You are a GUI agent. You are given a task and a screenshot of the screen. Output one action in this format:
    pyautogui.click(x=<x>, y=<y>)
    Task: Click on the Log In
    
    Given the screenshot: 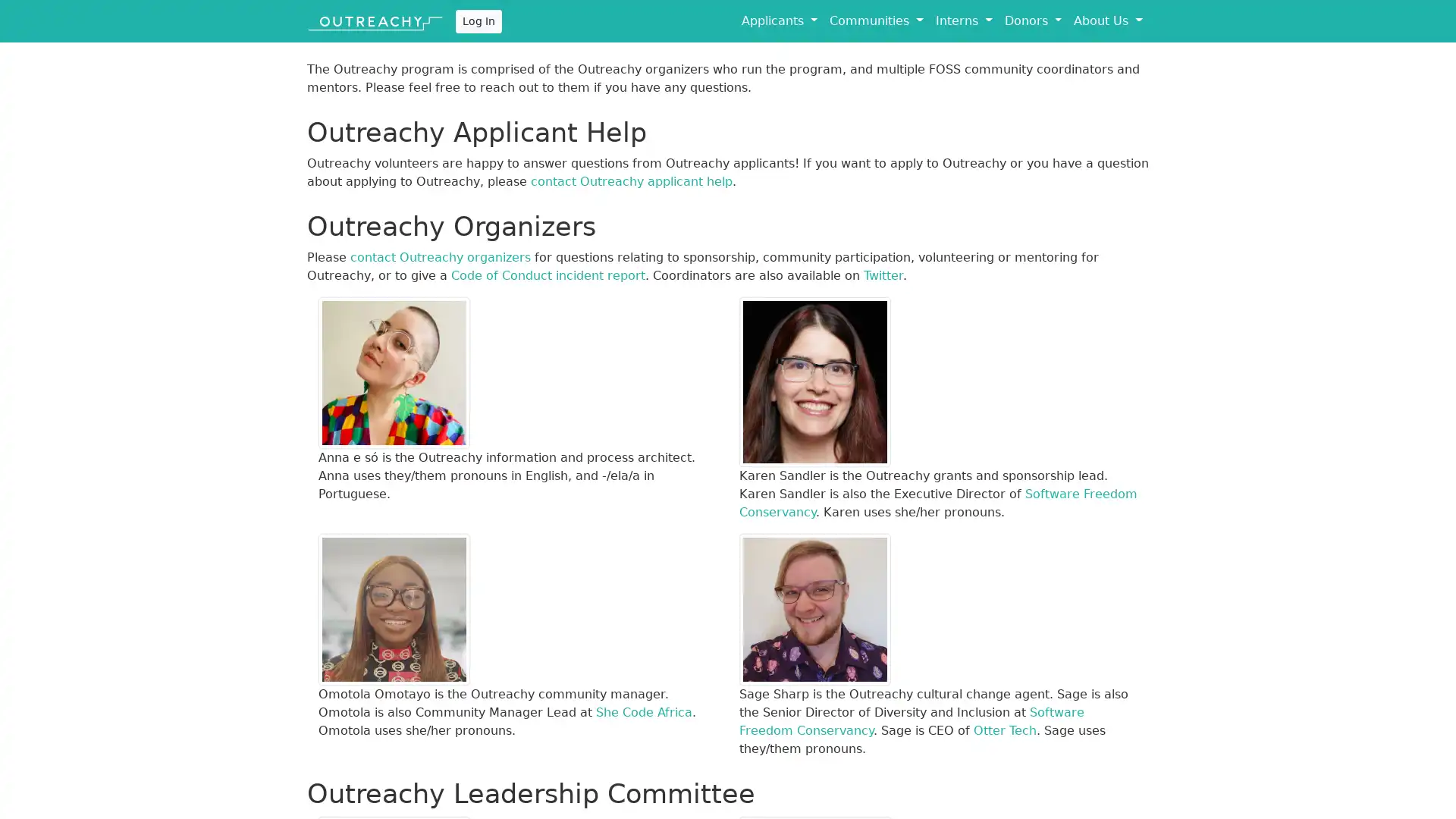 What is the action you would take?
    pyautogui.click(x=478, y=20)
    